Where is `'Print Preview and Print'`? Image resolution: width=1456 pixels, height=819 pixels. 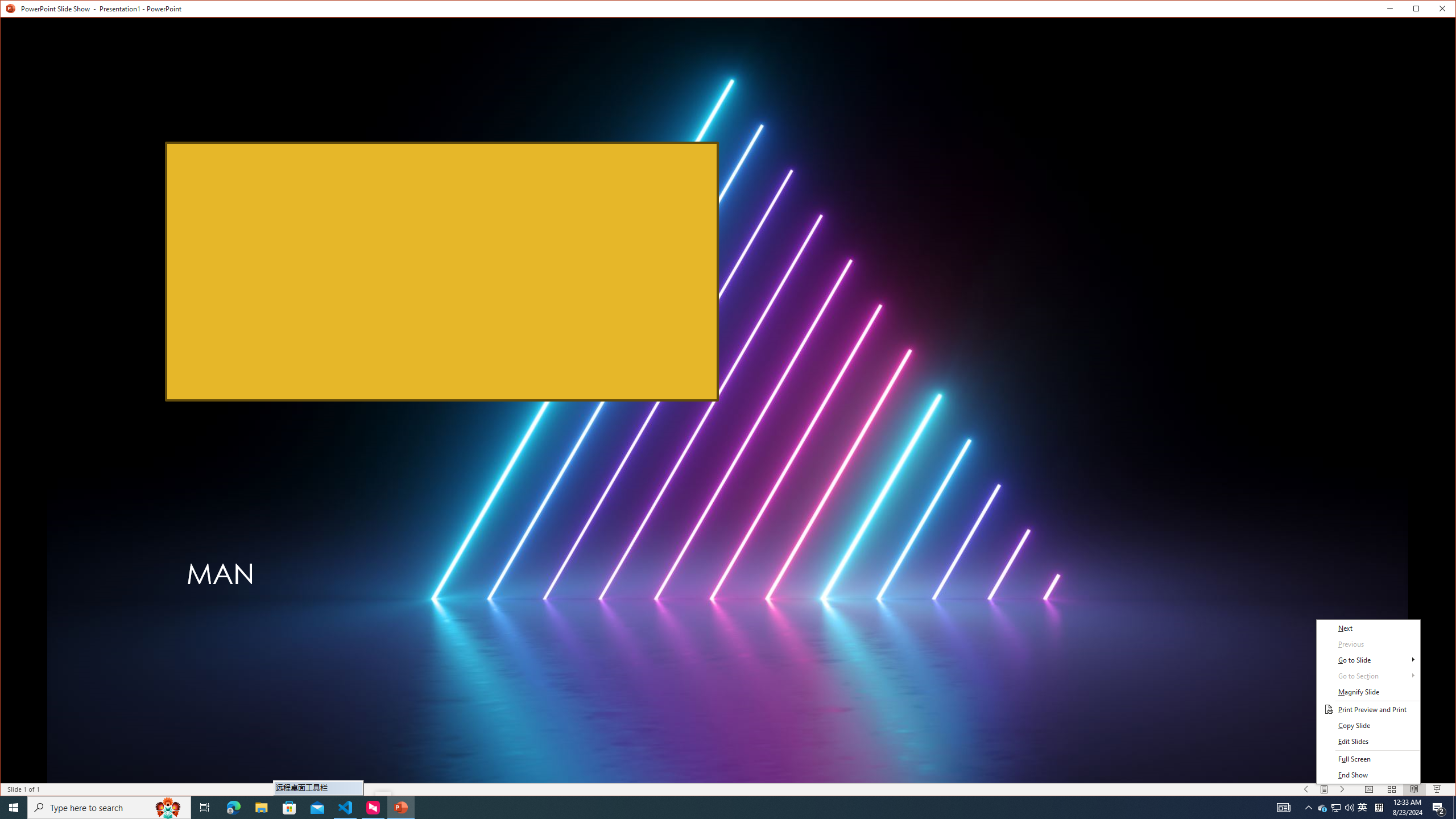 'Print Preview and Print' is located at coordinates (1368, 709).